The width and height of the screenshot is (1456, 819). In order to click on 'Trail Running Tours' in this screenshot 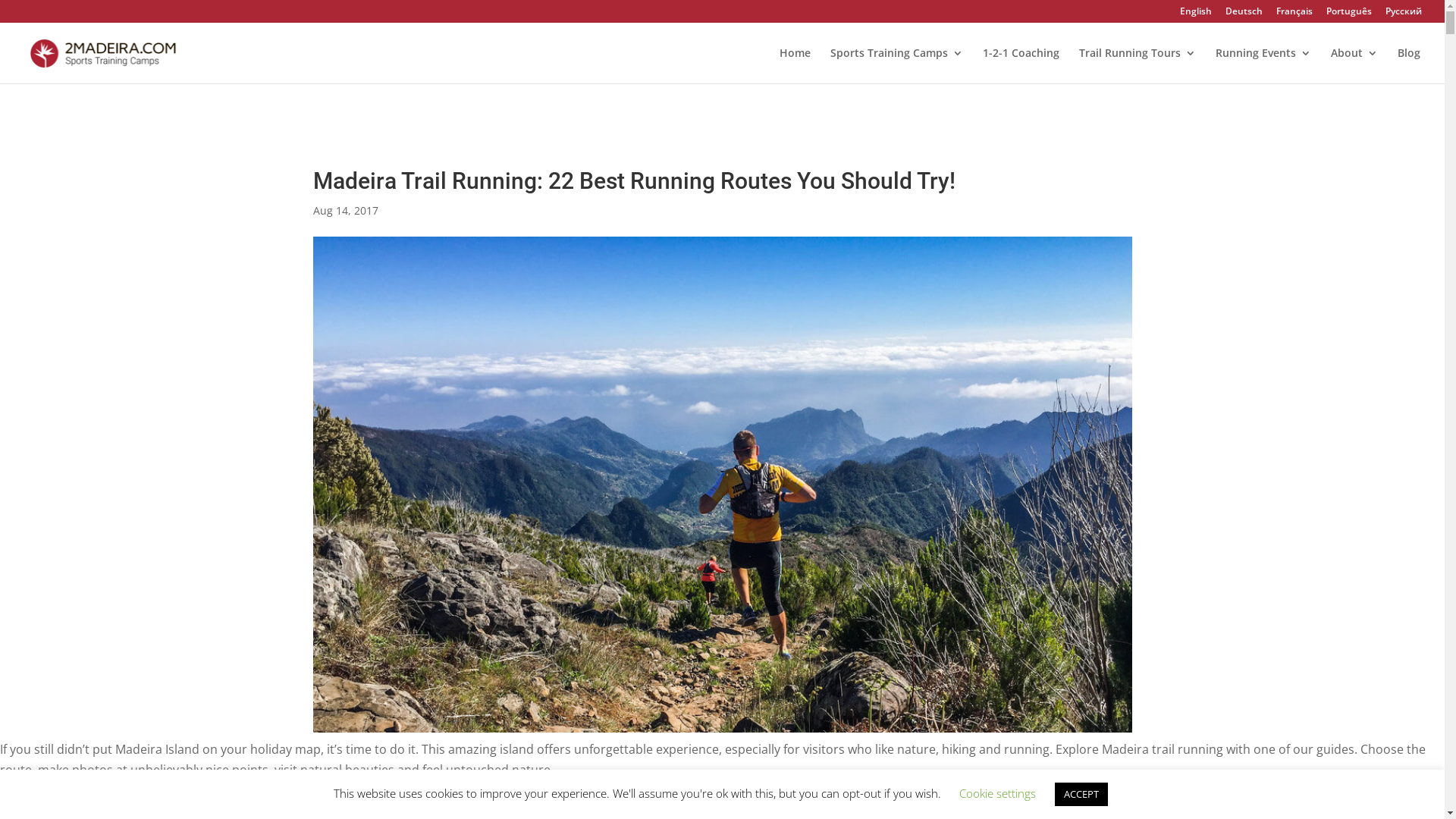, I will do `click(1078, 64)`.